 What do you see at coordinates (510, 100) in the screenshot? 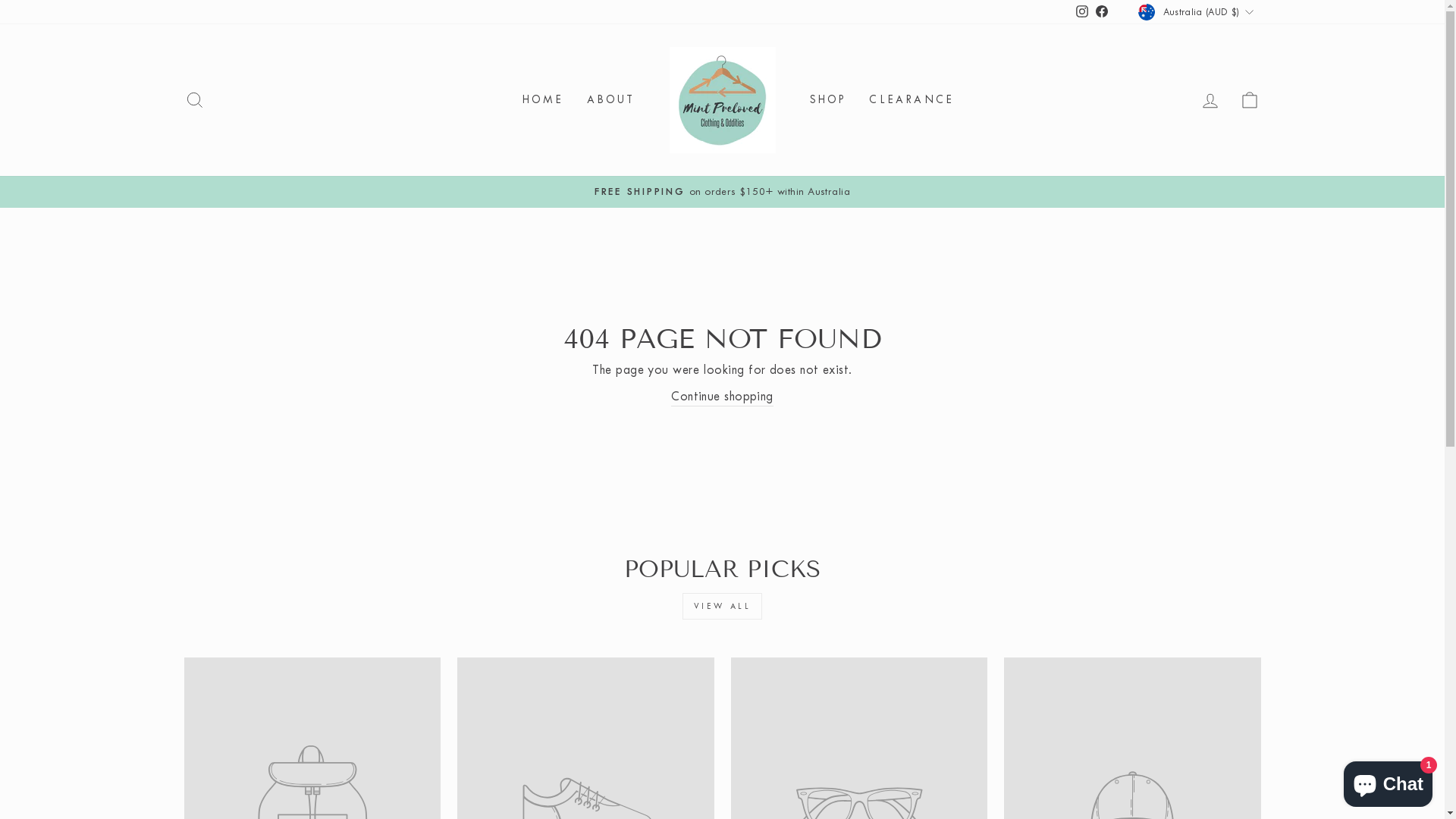
I see `'HOME'` at bounding box center [510, 100].